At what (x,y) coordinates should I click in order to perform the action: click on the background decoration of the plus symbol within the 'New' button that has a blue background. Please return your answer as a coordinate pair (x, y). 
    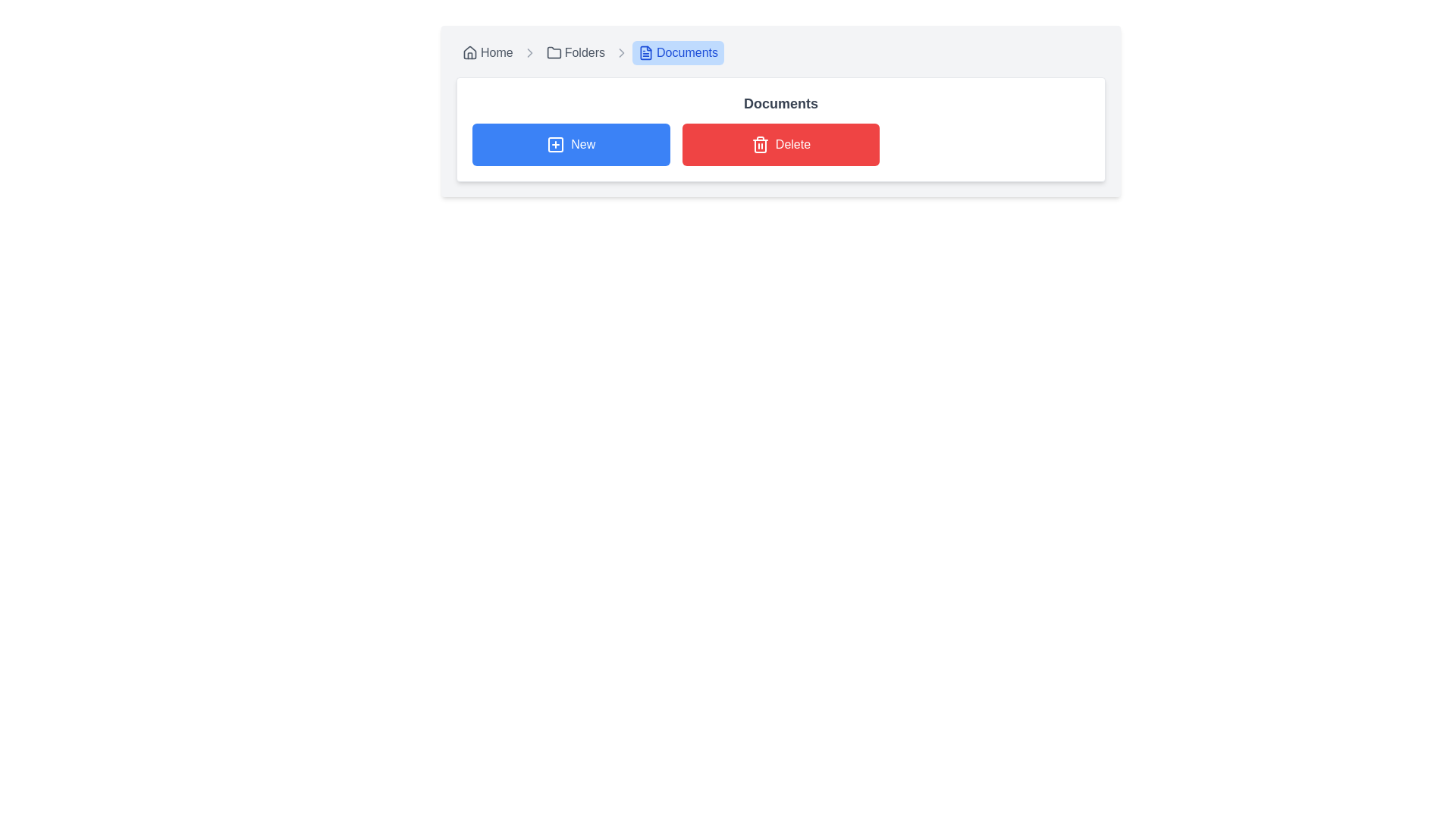
    Looking at the image, I should click on (555, 145).